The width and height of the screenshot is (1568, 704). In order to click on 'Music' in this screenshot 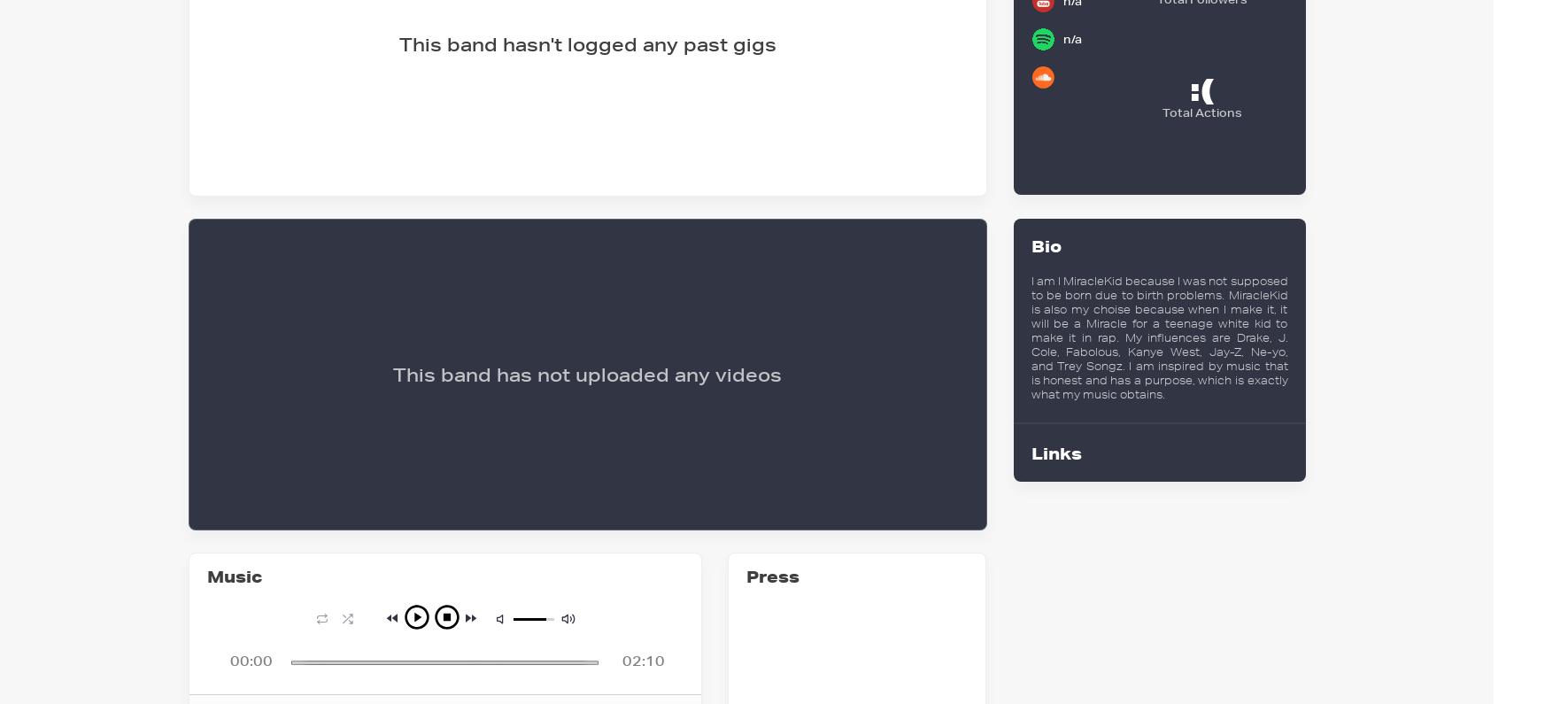, I will do `click(233, 576)`.